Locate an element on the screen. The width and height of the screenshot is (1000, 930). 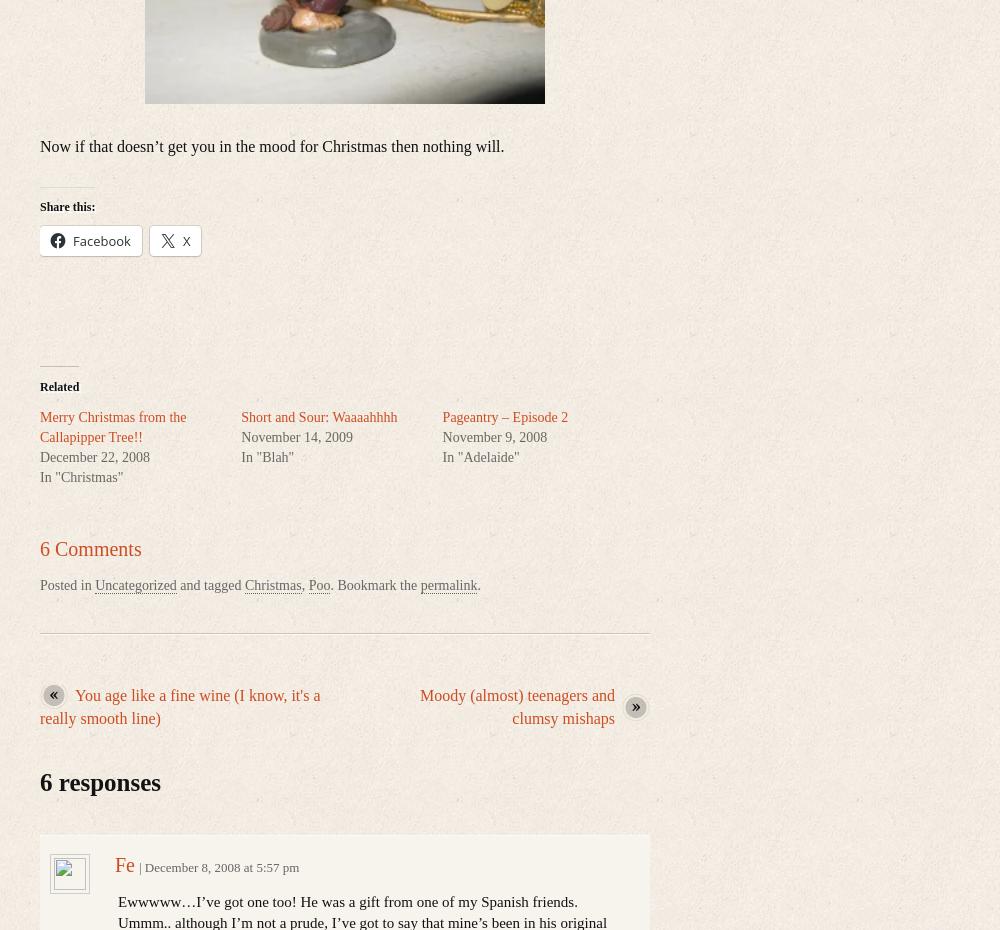
'Now if that doesn’t get you in the mood for Christmas then nothing will.' is located at coordinates (40, 146).